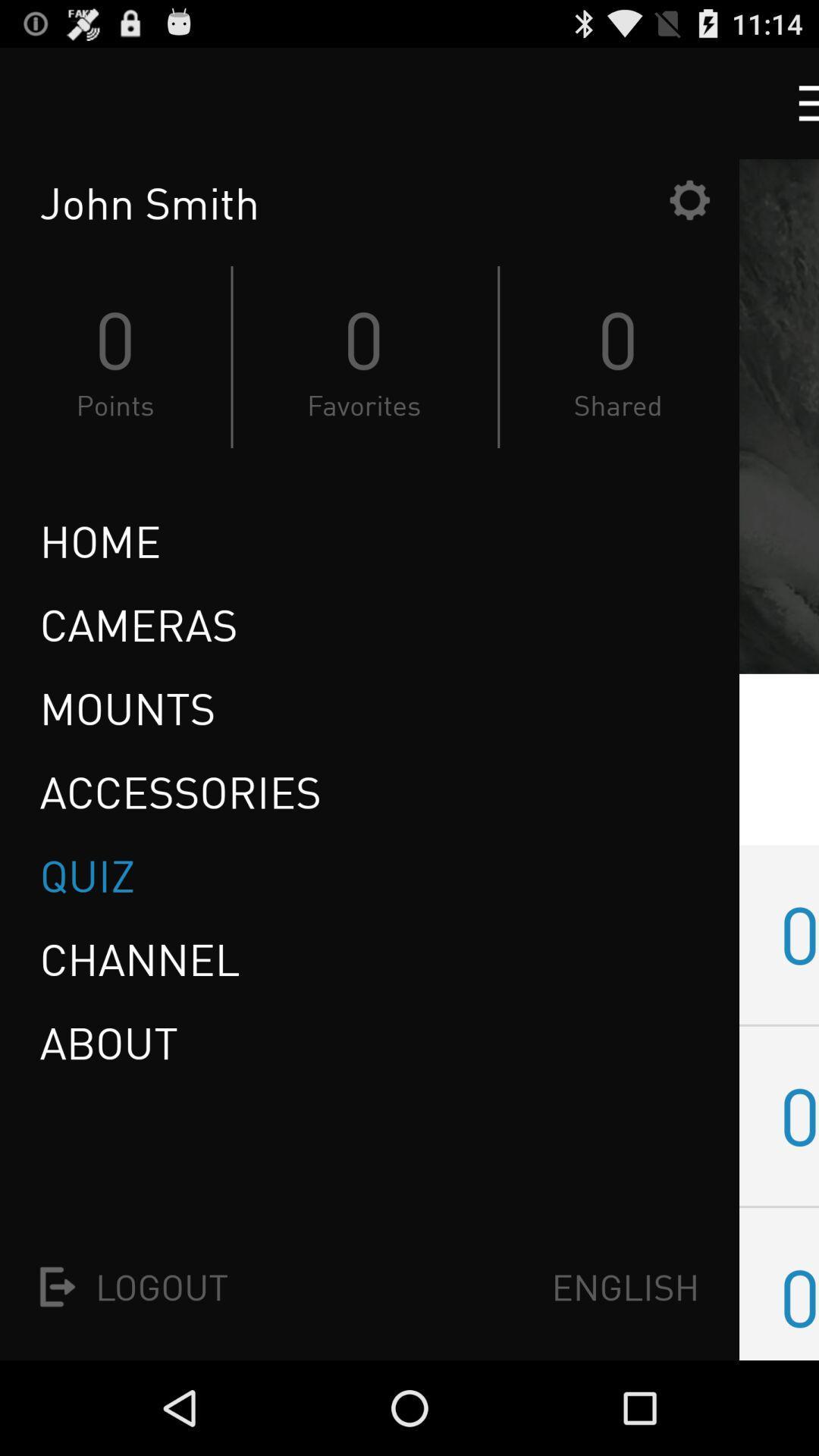 This screenshot has height=1456, width=819. What do you see at coordinates (108, 1042) in the screenshot?
I see `icon above logout` at bounding box center [108, 1042].